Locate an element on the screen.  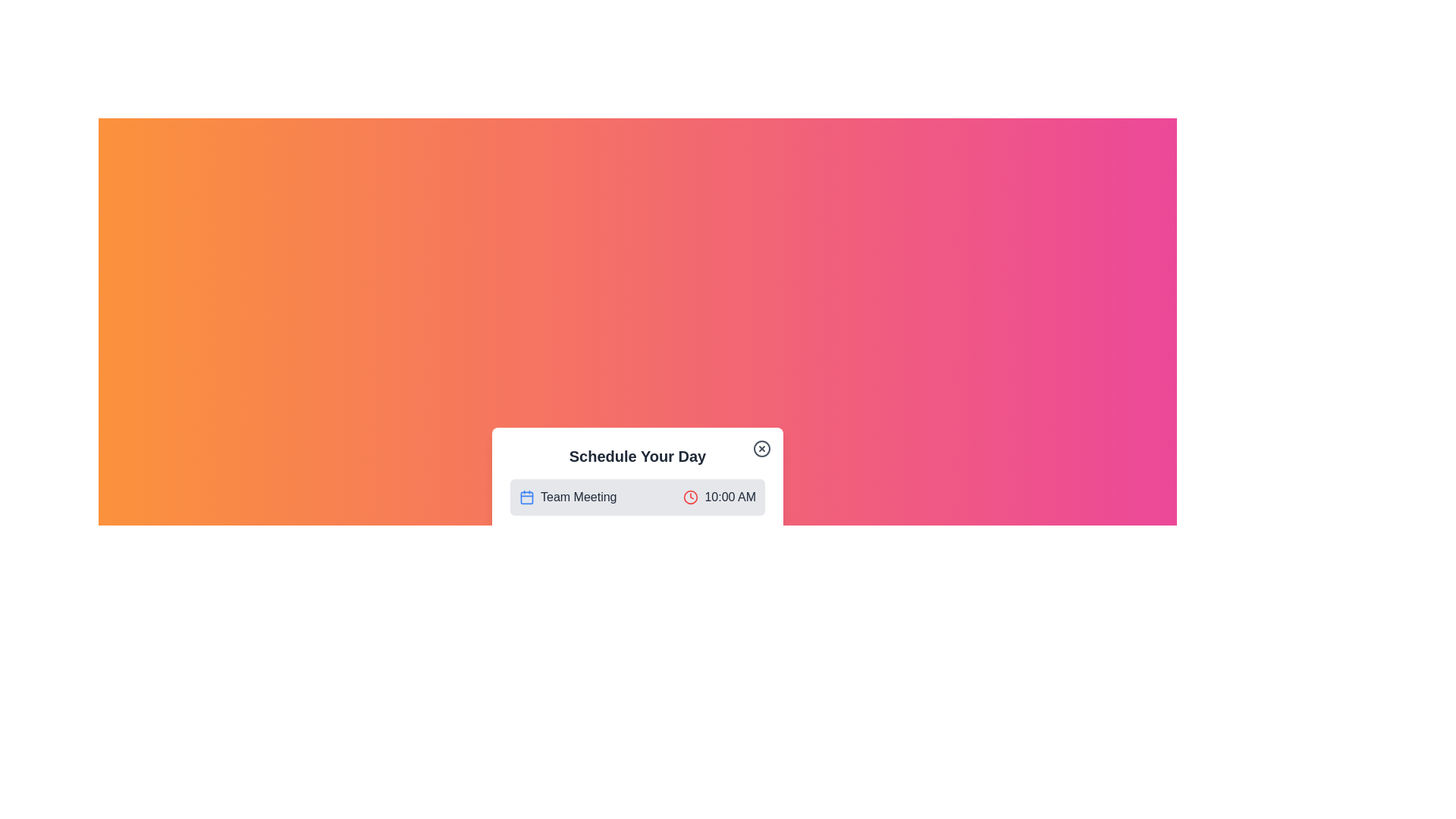
the circular border element of the SVG icon located in the top-right corner of the 'Schedule Your Day' card component is located at coordinates (761, 447).